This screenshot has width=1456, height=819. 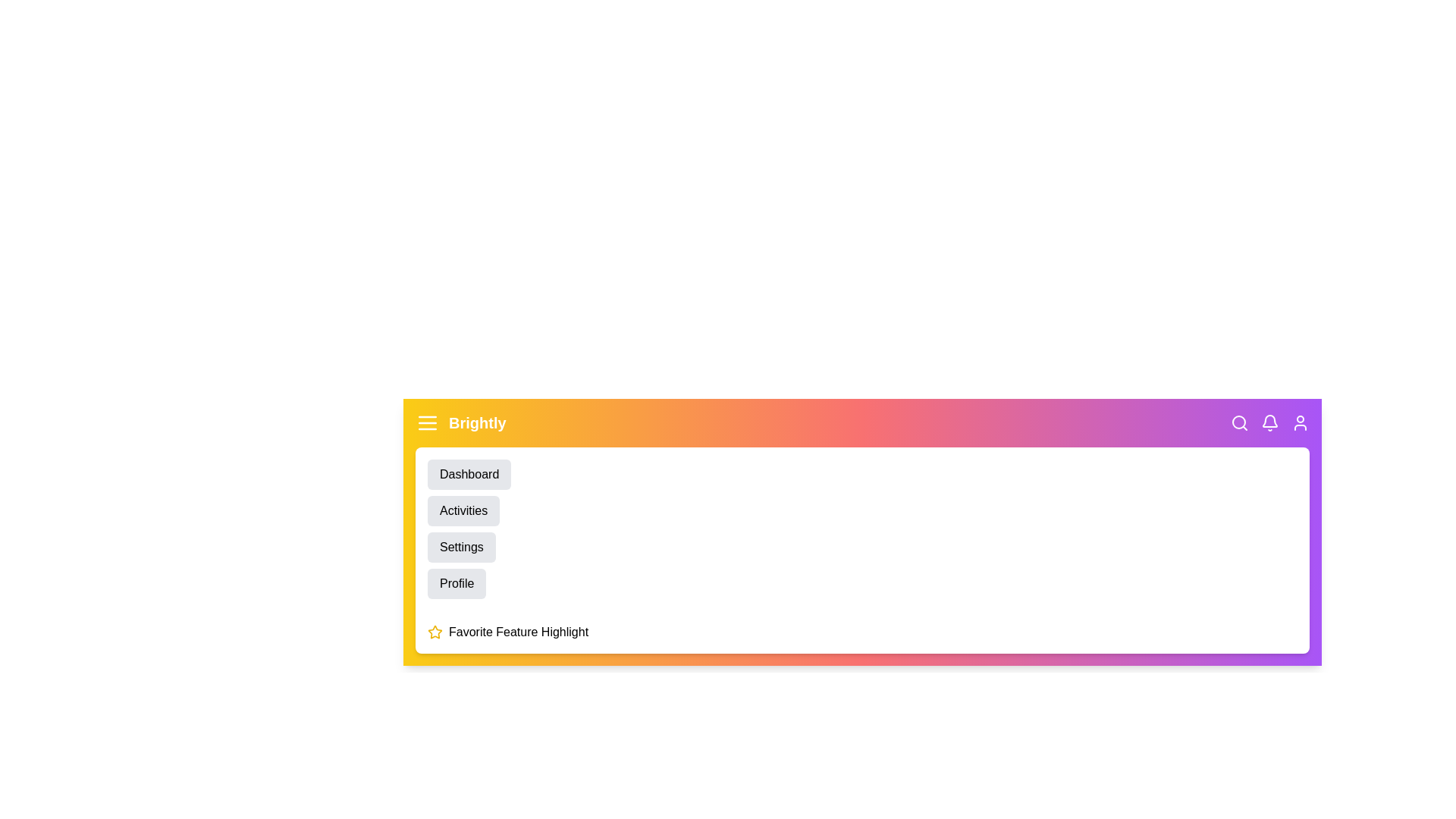 I want to click on the 'Profile' menu item, so click(x=455, y=583).